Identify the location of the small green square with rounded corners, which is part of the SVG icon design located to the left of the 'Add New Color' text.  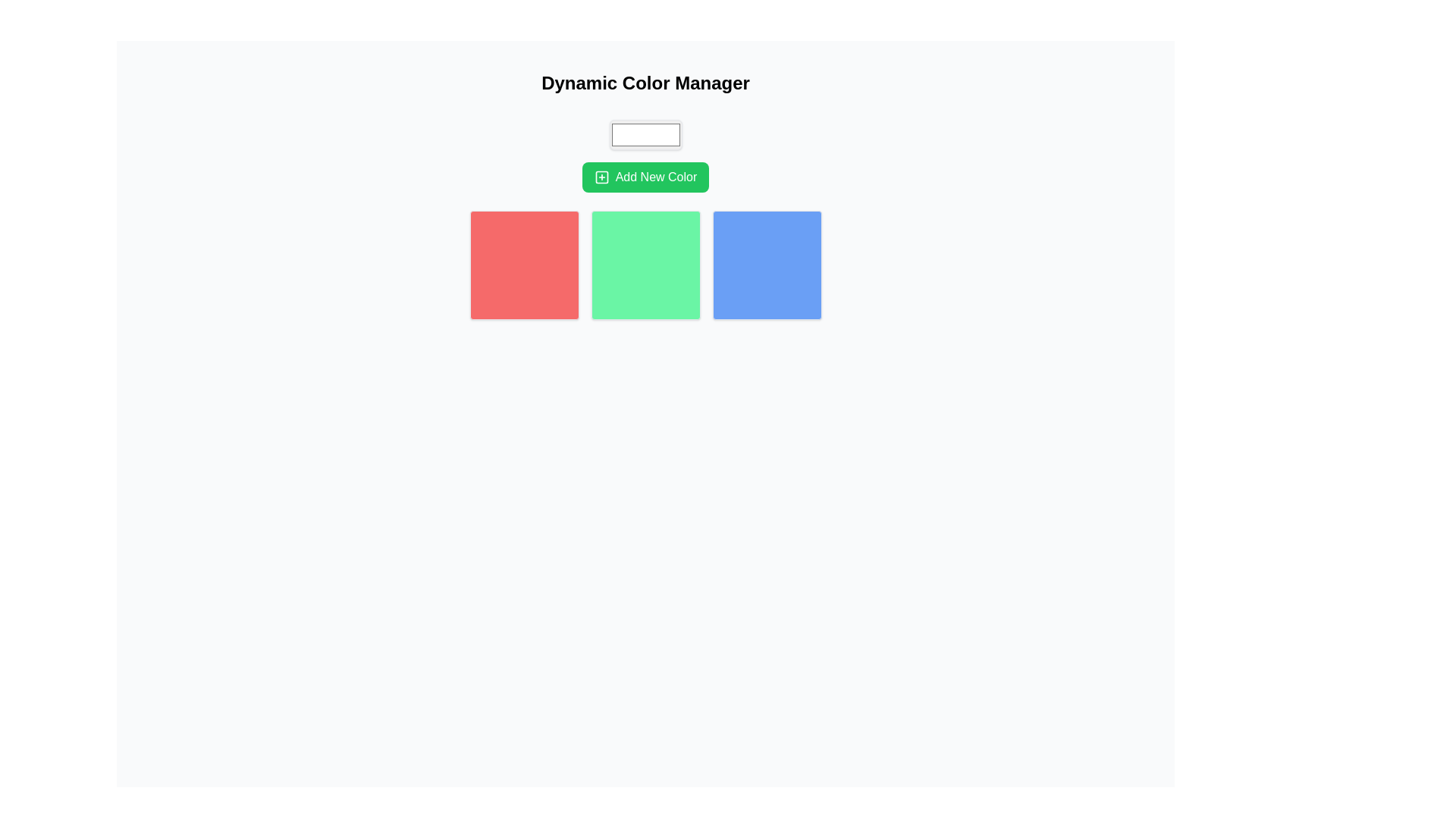
(601, 177).